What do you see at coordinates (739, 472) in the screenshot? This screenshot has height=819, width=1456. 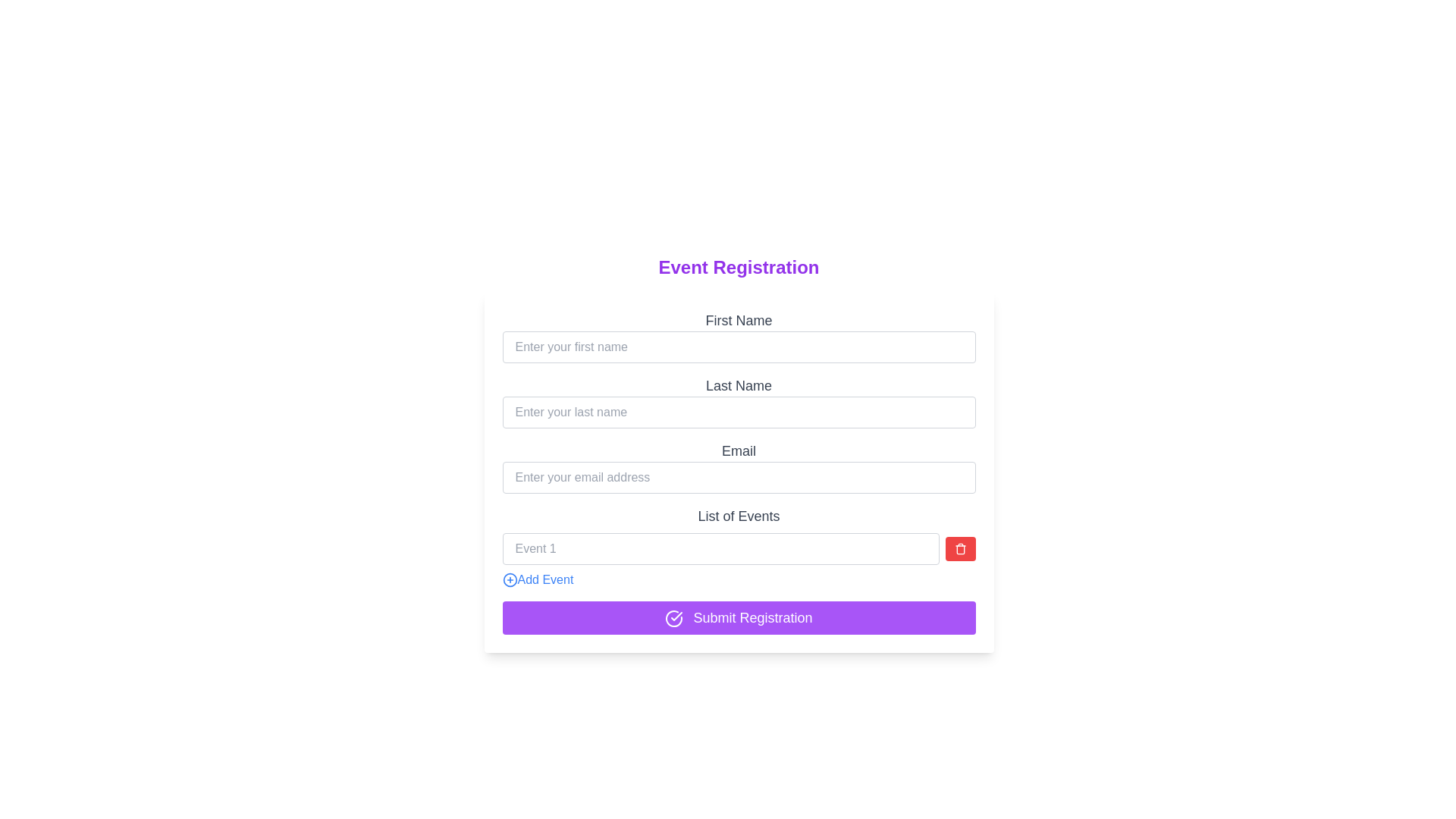 I see `the email input field, which is the third input field in a vertically stacked form, located below the 'Last Name' field and above the 'List of Events' section` at bounding box center [739, 472].